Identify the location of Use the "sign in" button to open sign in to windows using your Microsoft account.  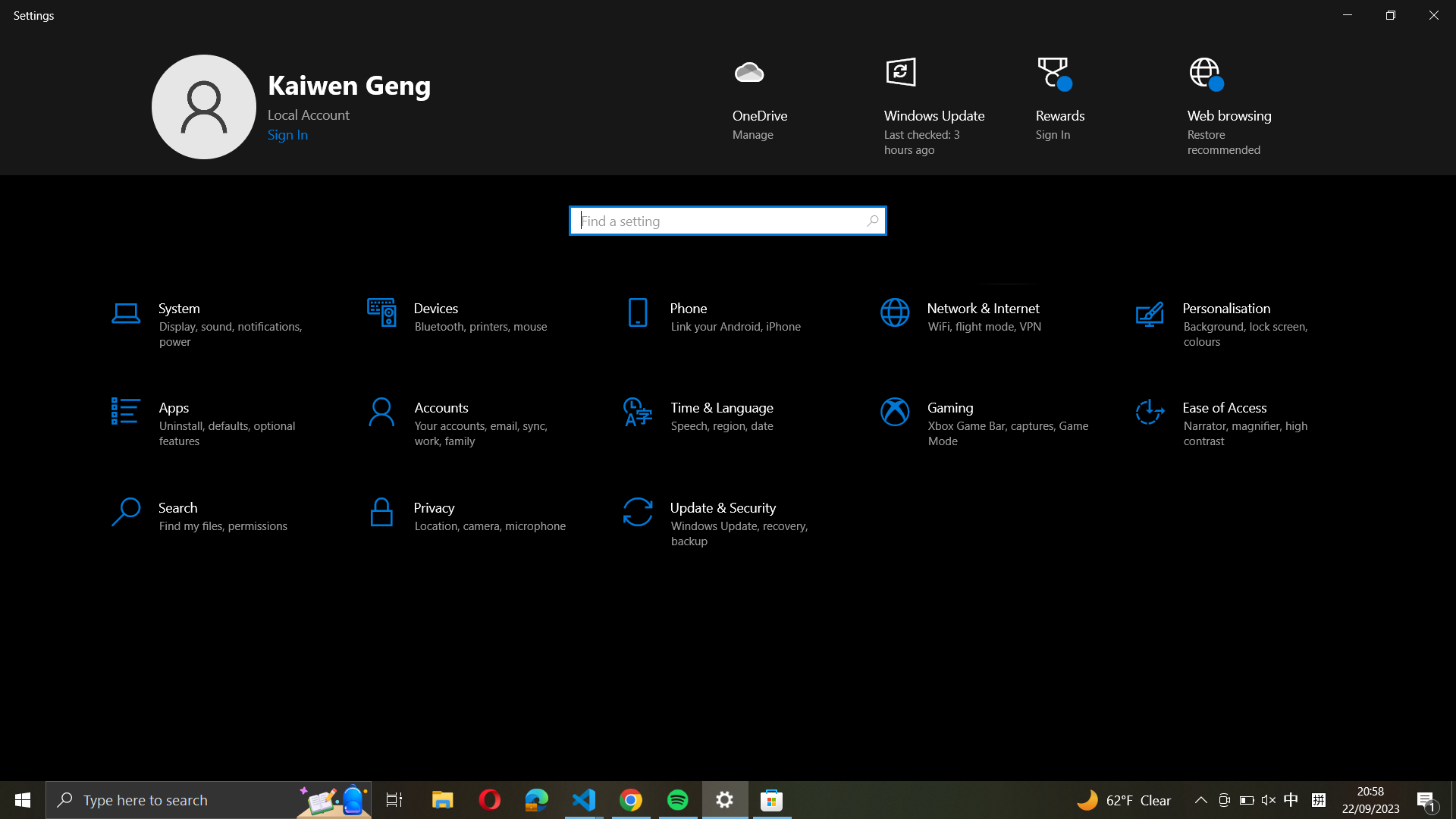
(290, 133).